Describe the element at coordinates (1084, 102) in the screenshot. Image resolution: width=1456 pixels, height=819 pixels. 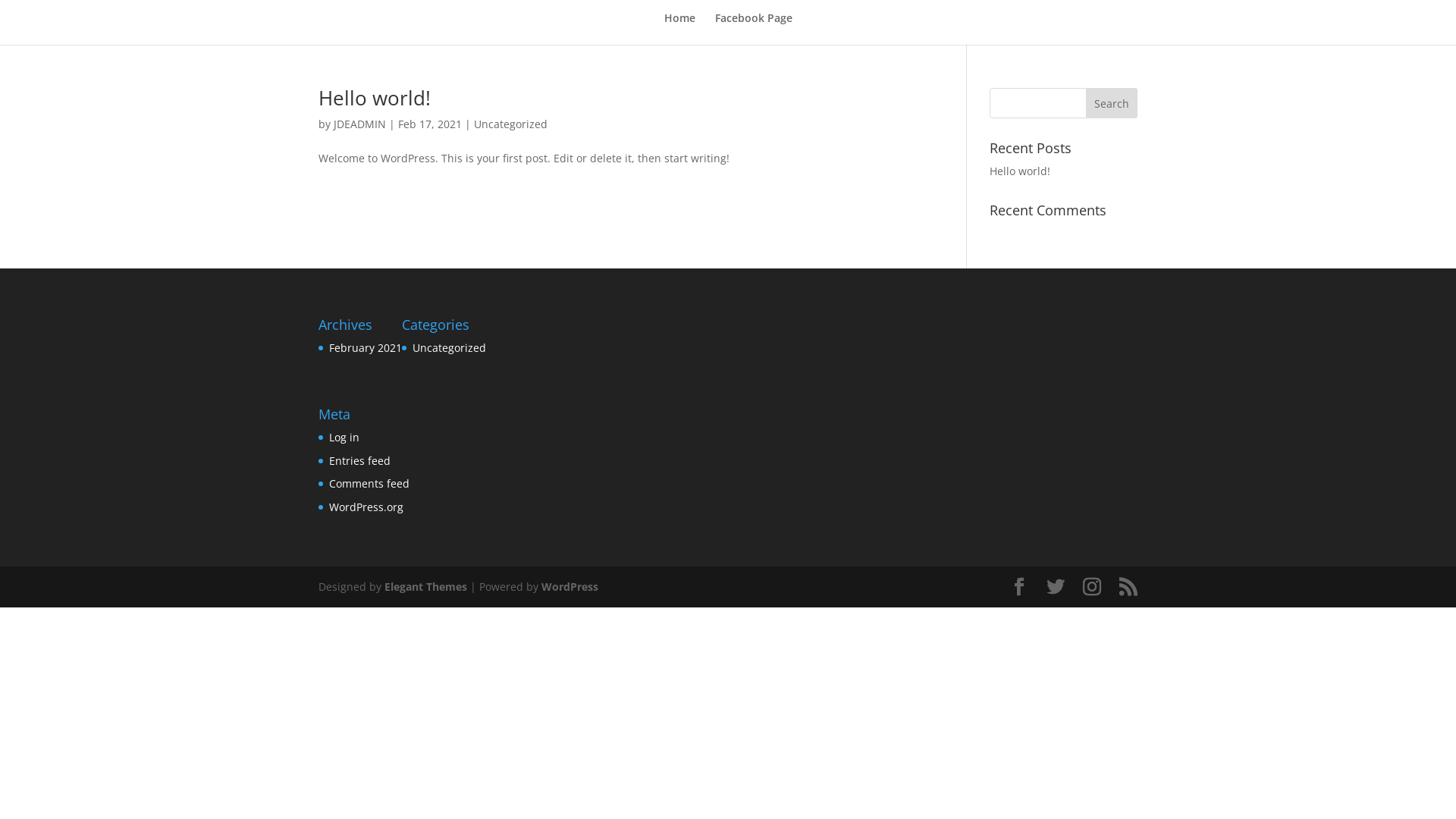
I see `'Search'` at that location.